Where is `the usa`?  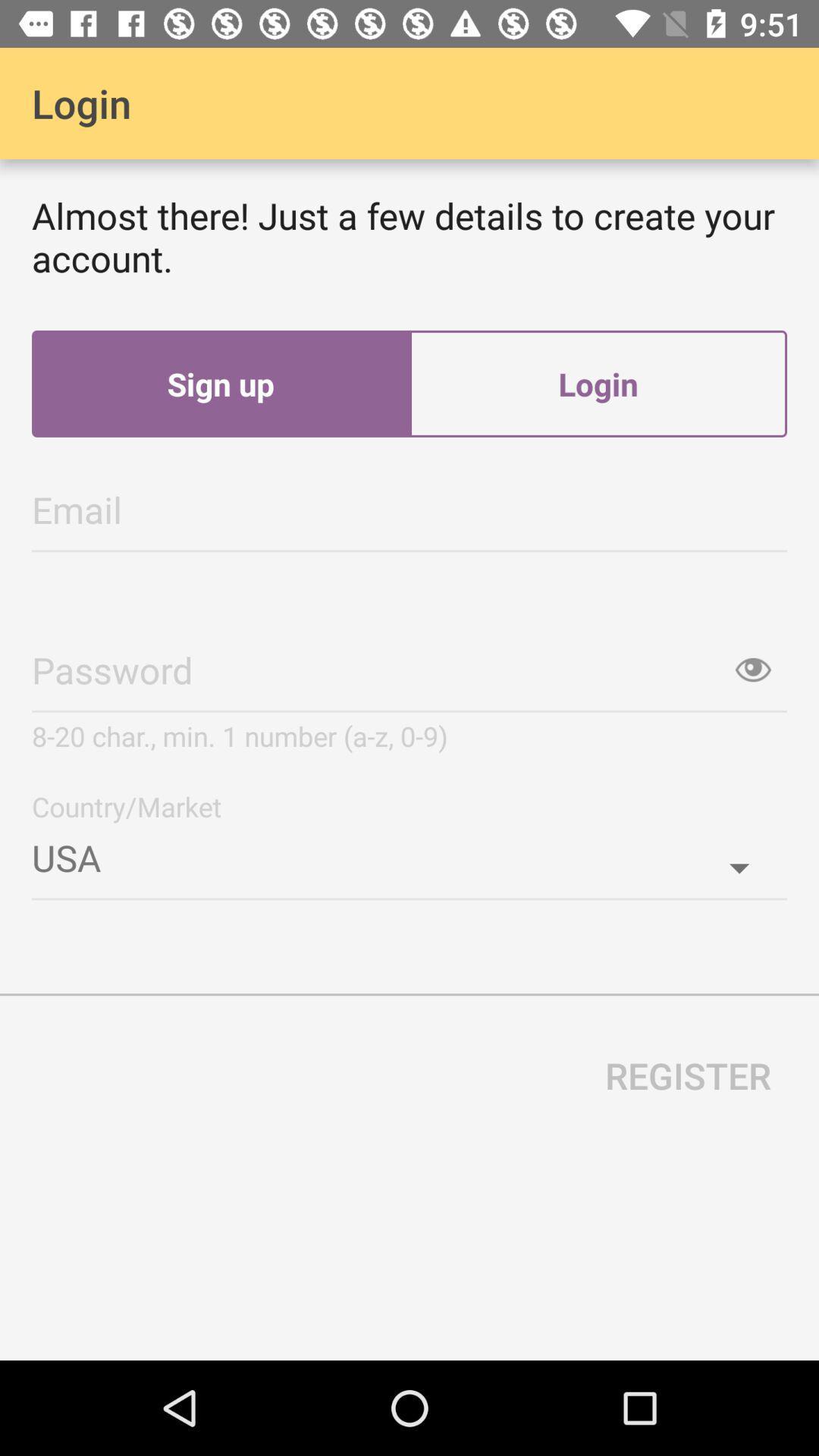
the usa is located at coordinates (409, 852).